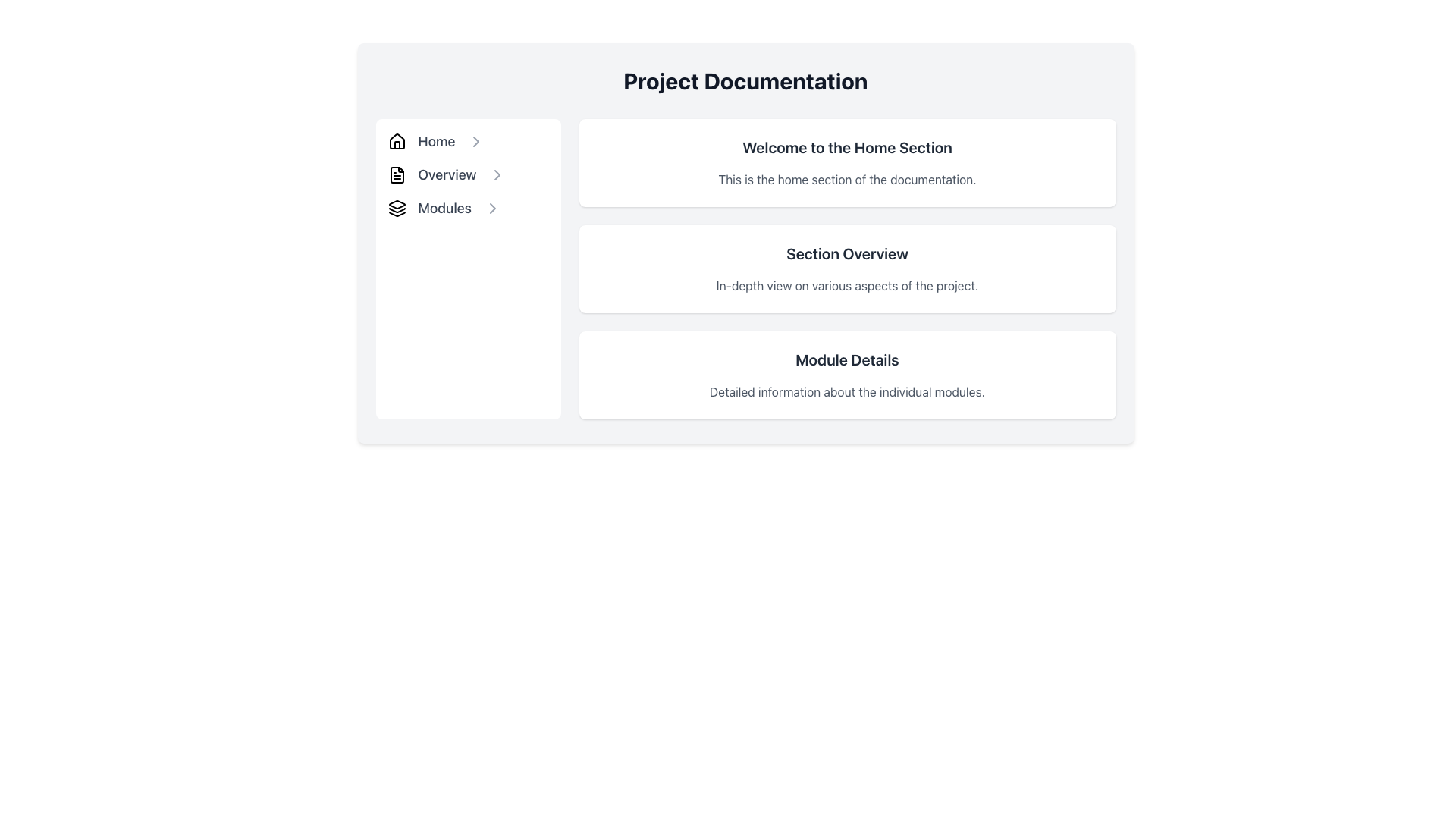 The image size is (1456, 819). I want to click on the rightward-pointing arrow icon located to the right of the 'Overview' label in the navigation menu, so click(497, 174).